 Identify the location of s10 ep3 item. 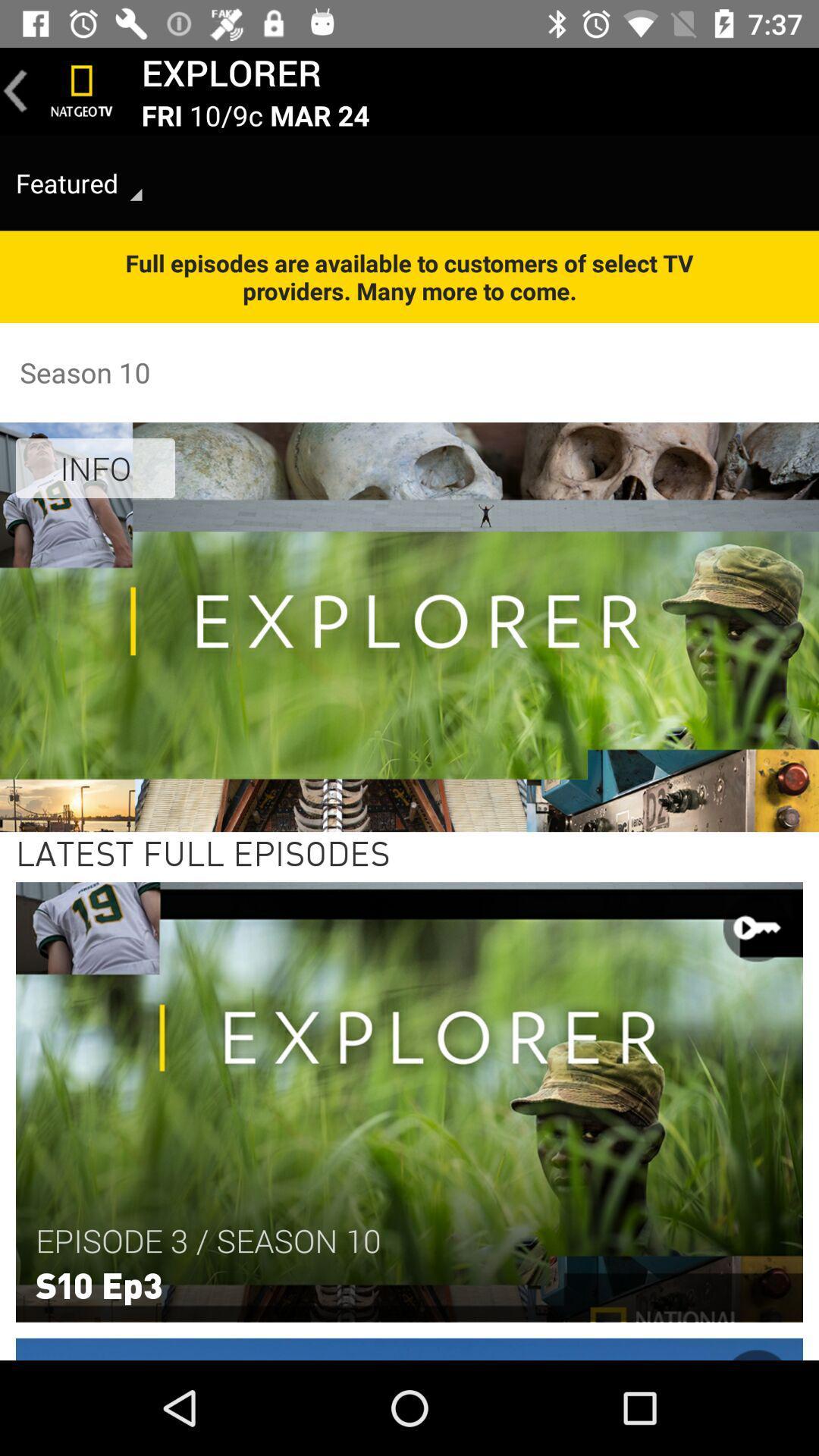
(99, 1283).